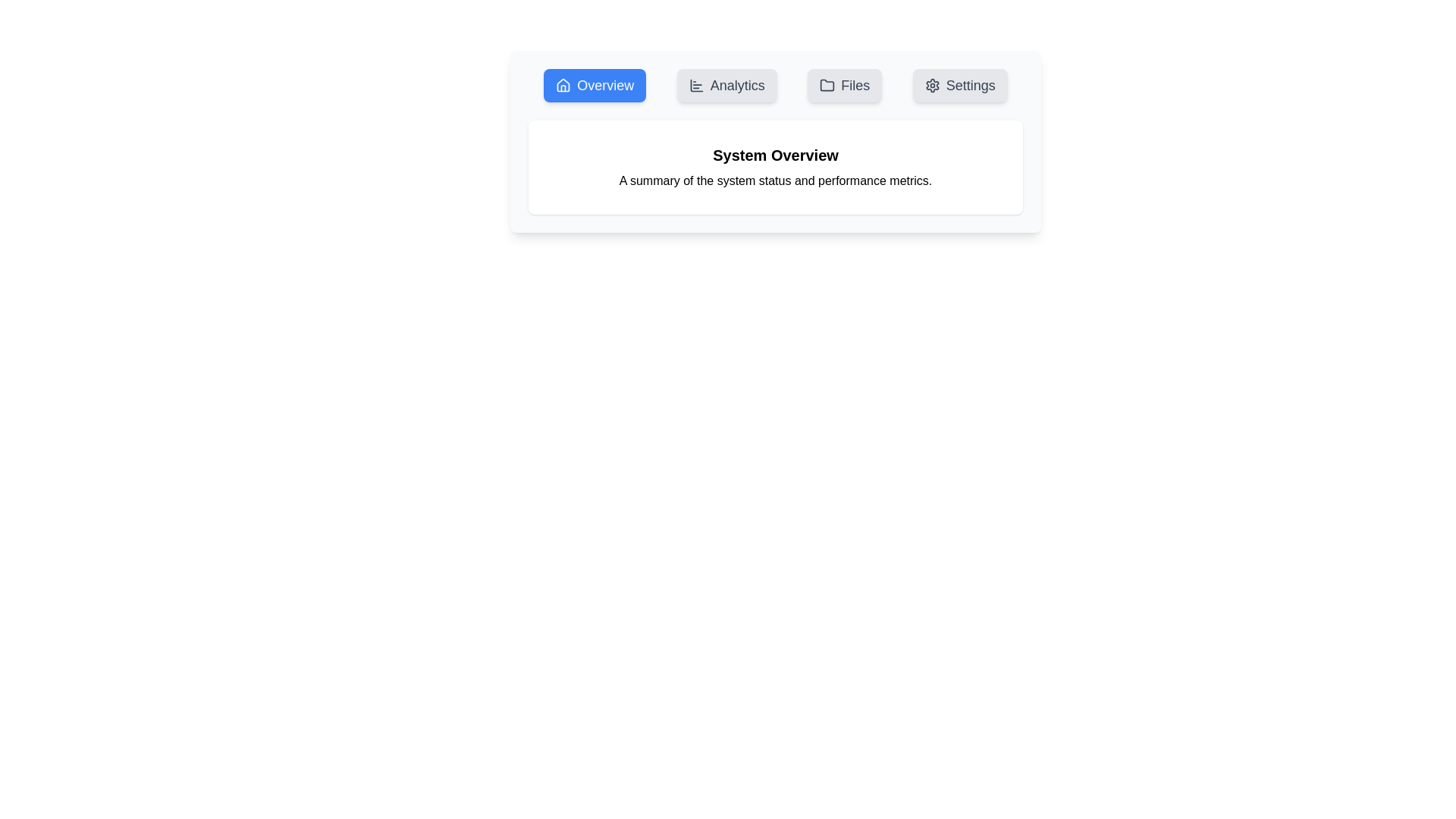 This screenshot has height=819, width=1456. Describe the element at coordinates (844, 85) in the screenshot. I see `the 'Files' button in the navigation bar` at that location.